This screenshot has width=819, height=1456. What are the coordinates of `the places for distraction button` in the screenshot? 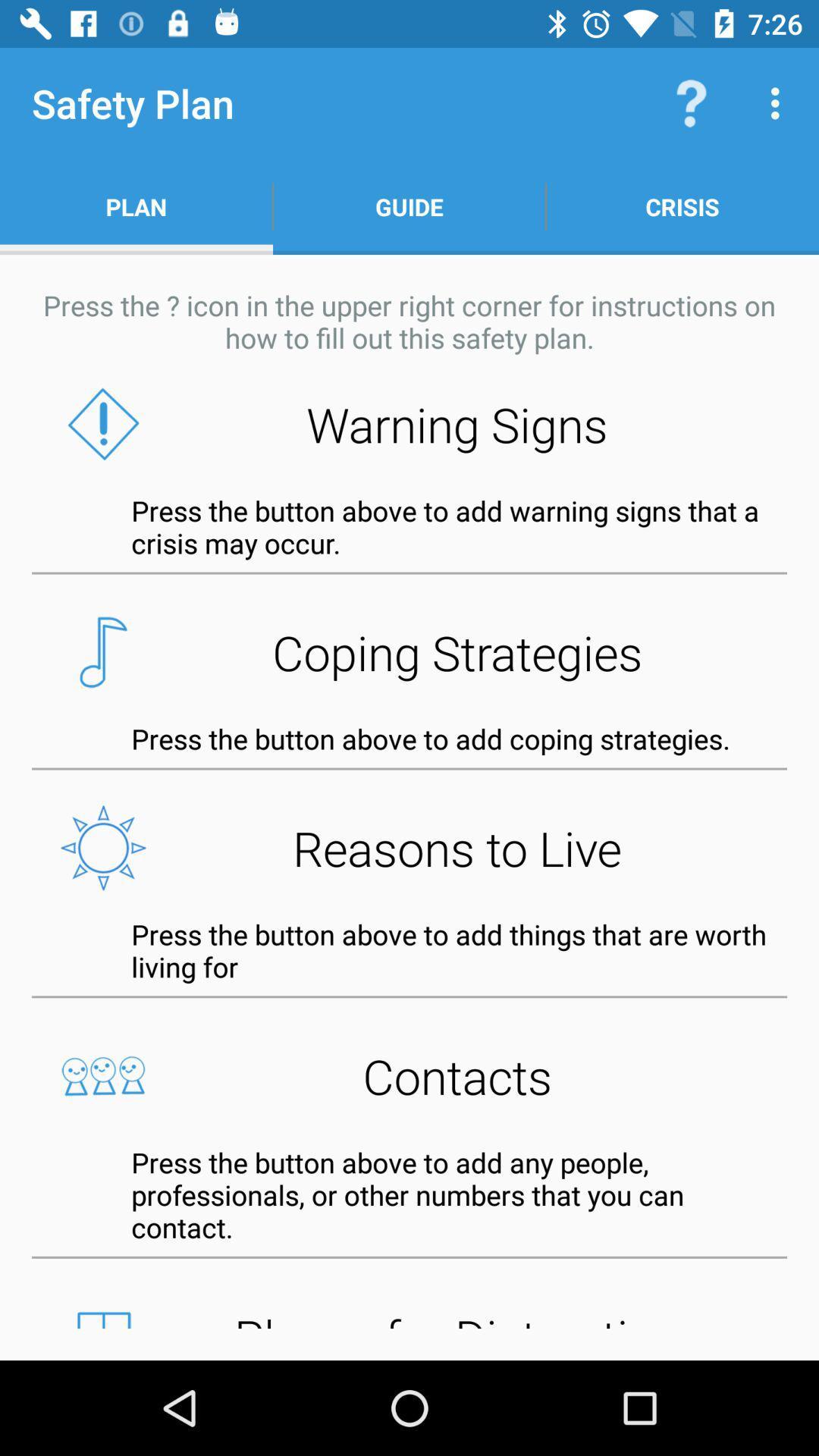 It's located at (409, 1313).